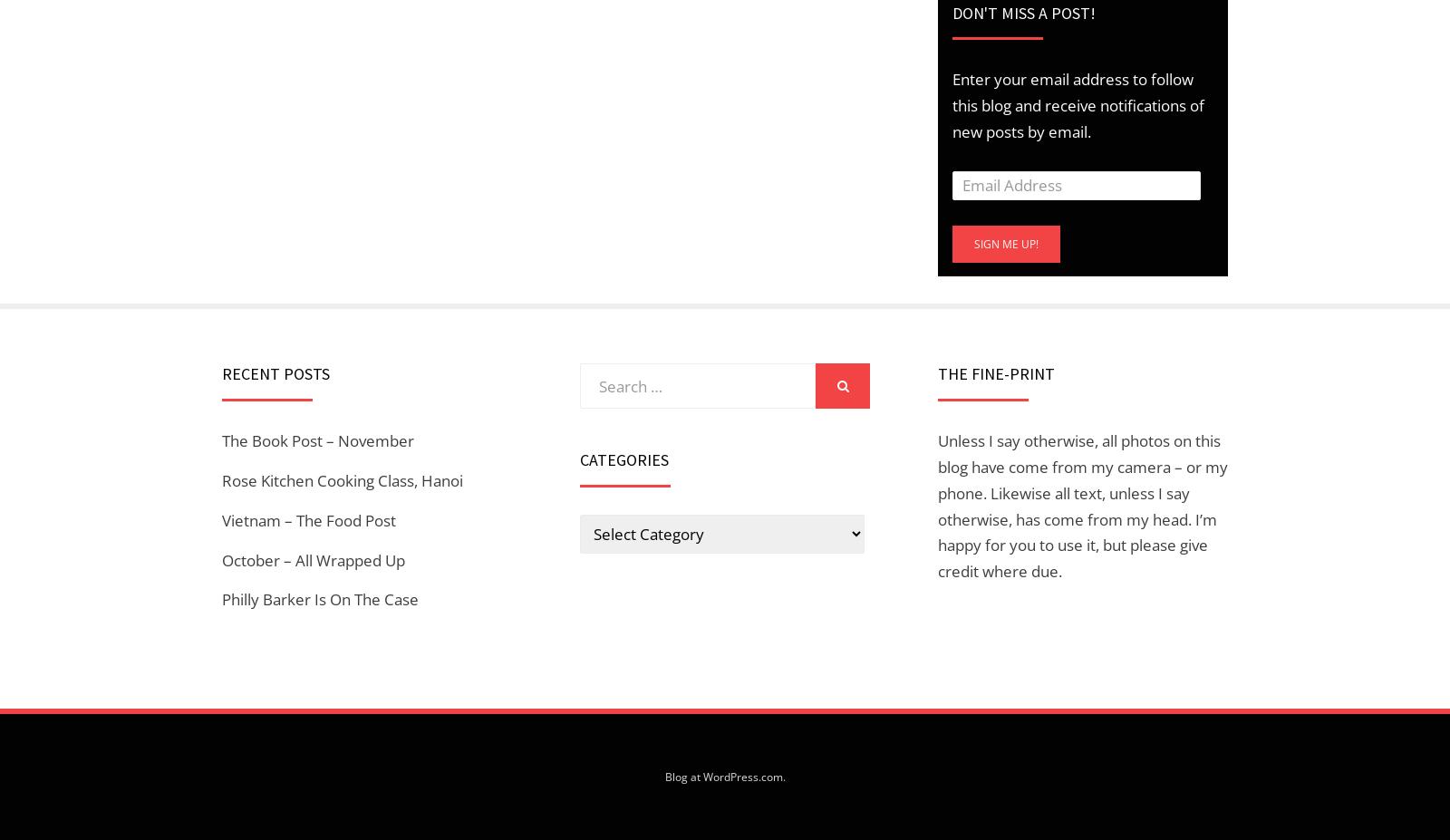 This screenshot has height=840, width=1450. What do you see at coordinates (308, 519) in the screenshot?
I see `'Vietnam – The Food Post'` at bounding box center [308, 519].